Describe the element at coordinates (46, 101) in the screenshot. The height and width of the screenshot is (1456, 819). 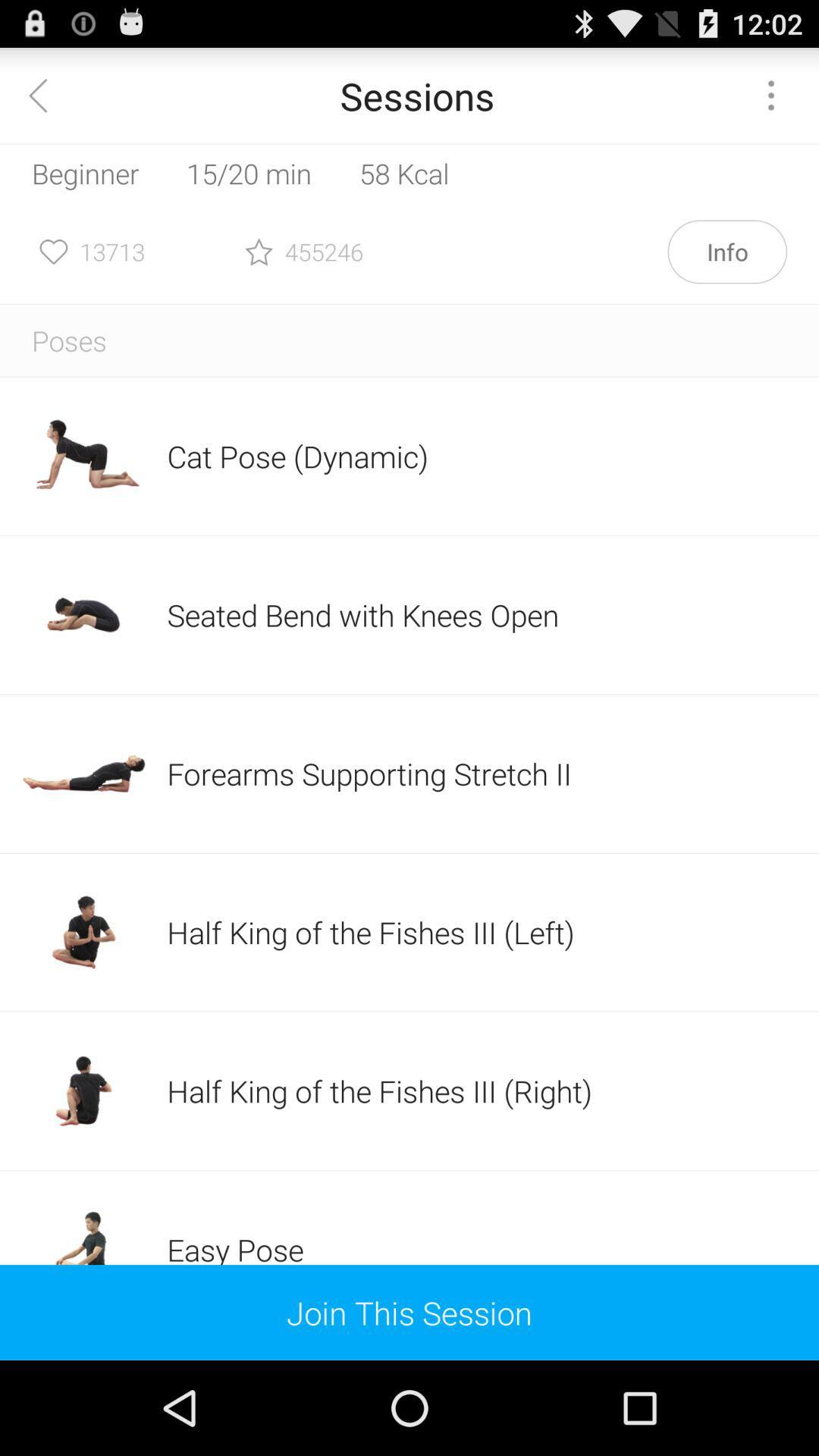
I see `the arrow_backward icon` at that location.